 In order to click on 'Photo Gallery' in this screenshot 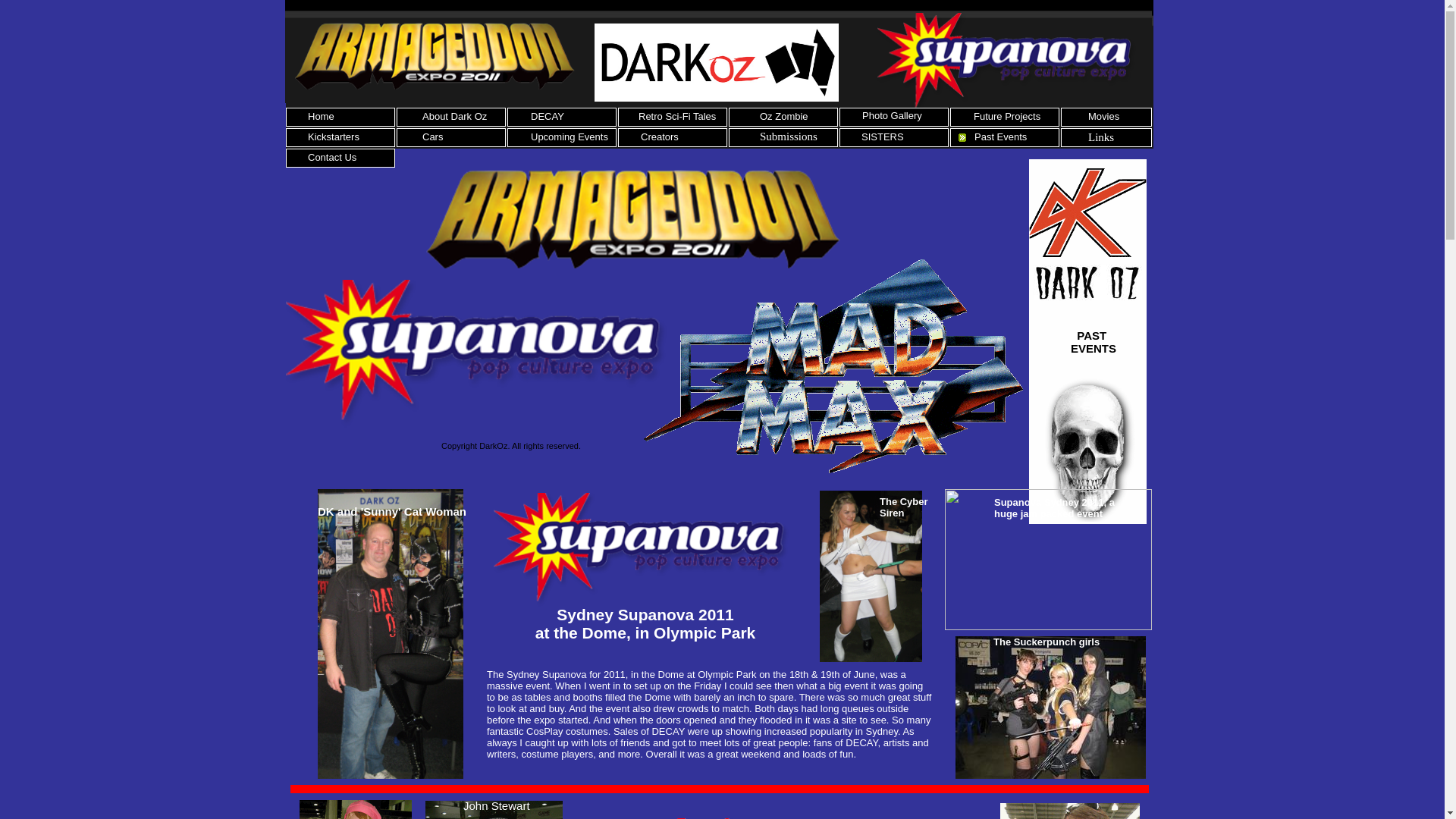, I will do `click(862, 115)`.